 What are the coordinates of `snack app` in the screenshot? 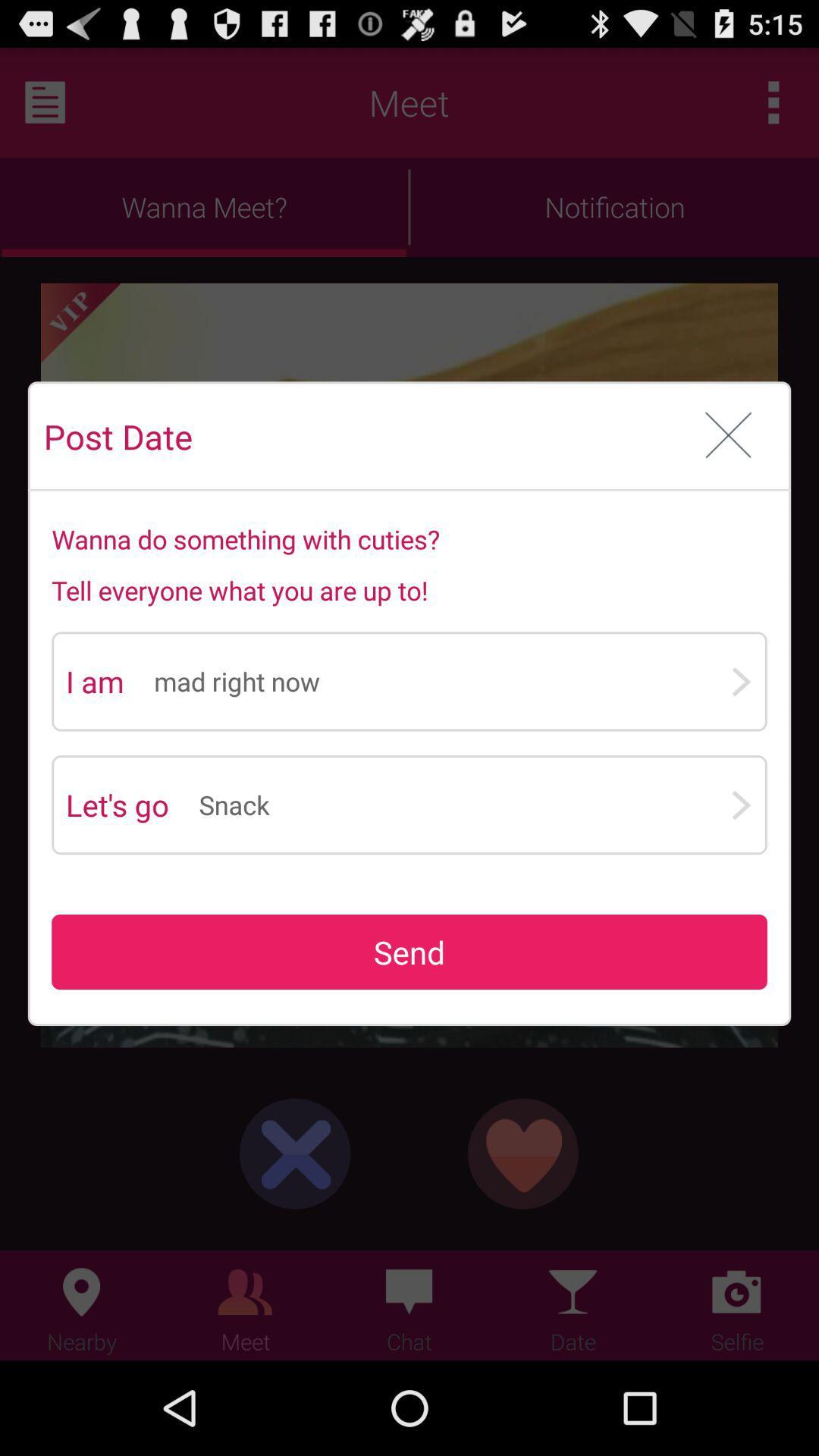 It's located at (463, 804).